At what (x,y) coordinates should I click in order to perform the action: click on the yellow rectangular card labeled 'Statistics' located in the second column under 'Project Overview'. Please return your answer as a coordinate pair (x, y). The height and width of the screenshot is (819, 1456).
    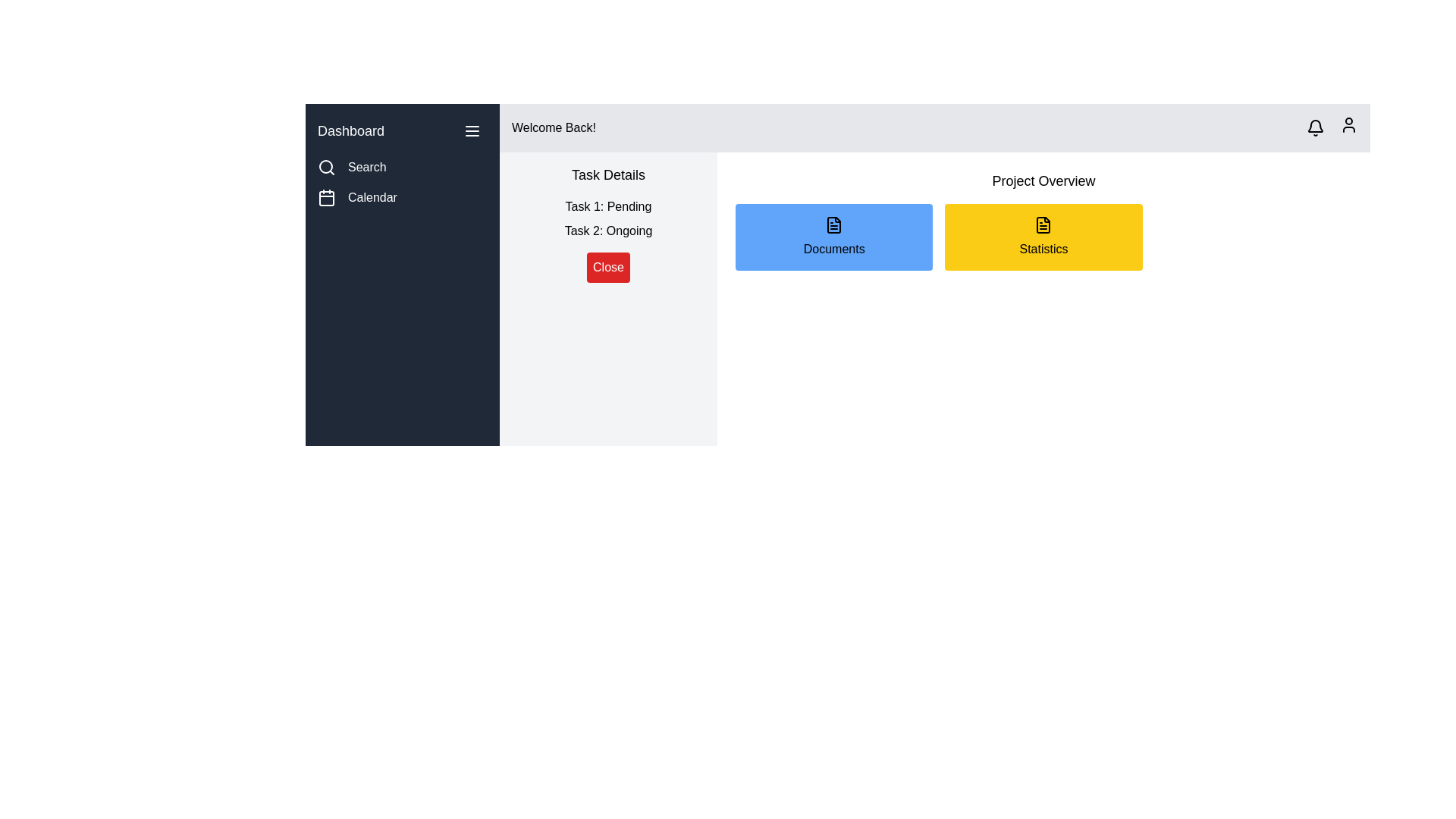
    Looking at the image, I should click on (1043, 237).